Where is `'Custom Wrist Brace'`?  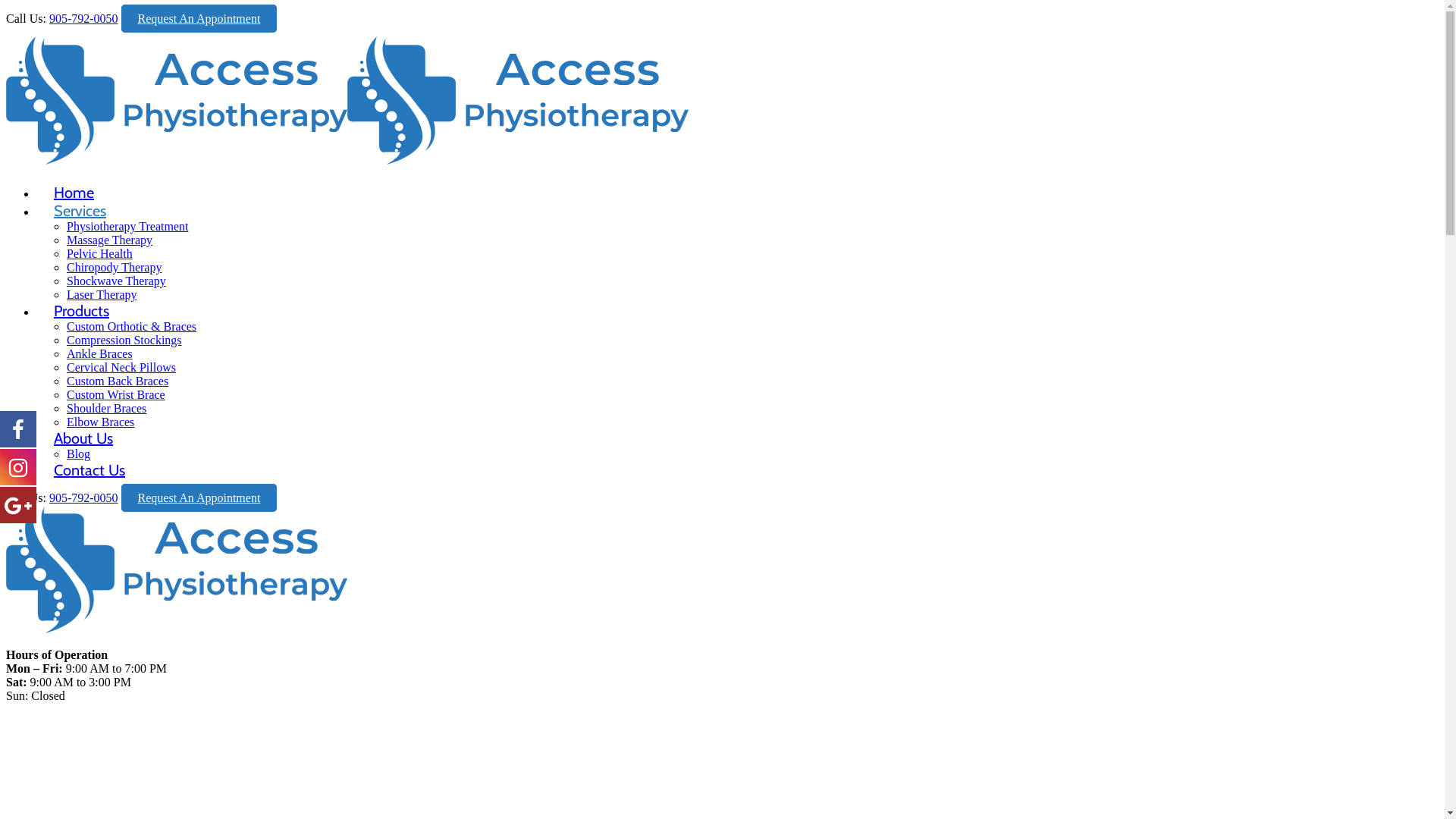 'Custom Wrist Brace' is located at coordinates (115, 394).